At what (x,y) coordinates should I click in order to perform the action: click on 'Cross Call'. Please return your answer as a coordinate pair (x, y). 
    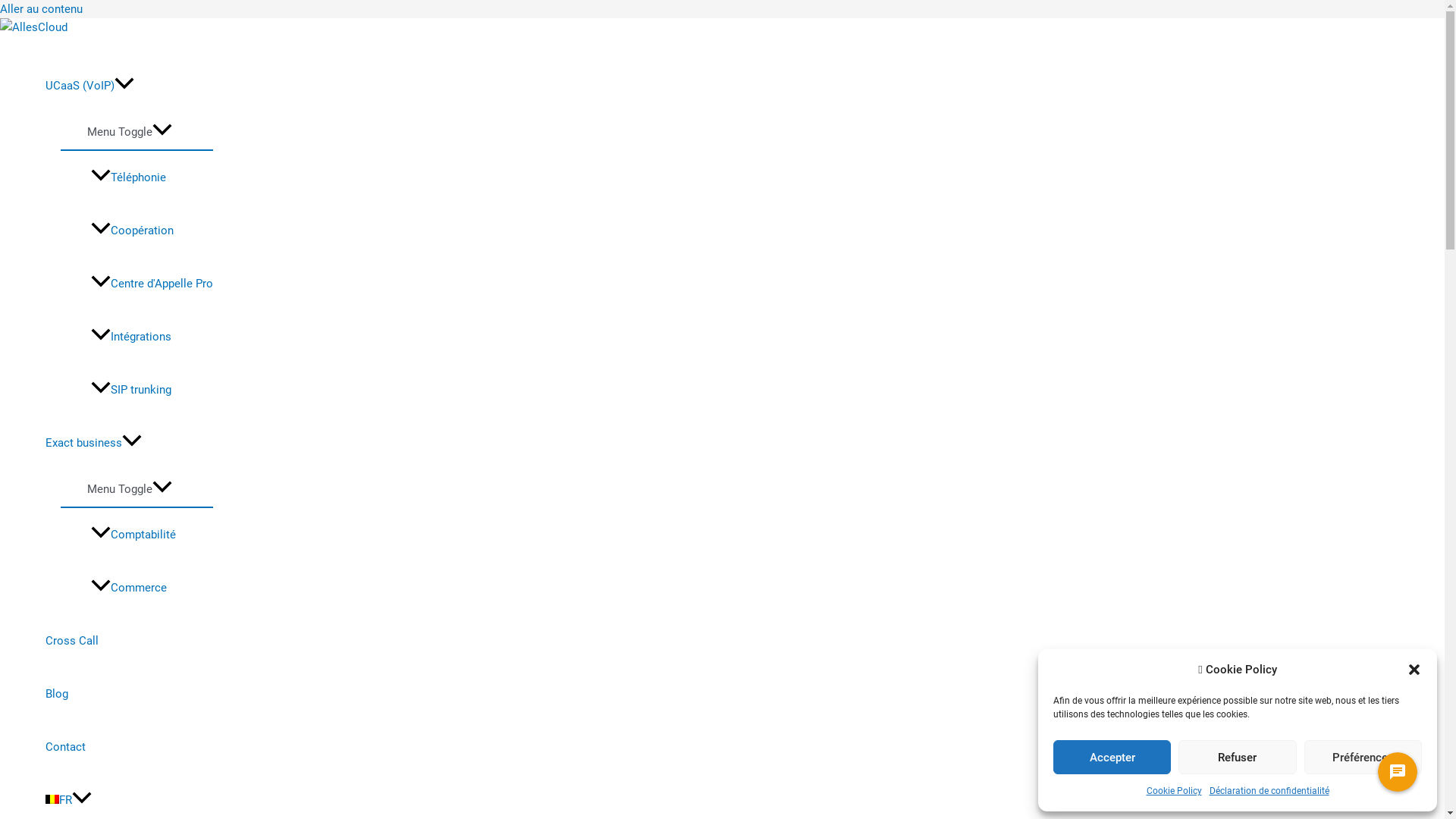
    Looking at the image, I should click on (129, 640).